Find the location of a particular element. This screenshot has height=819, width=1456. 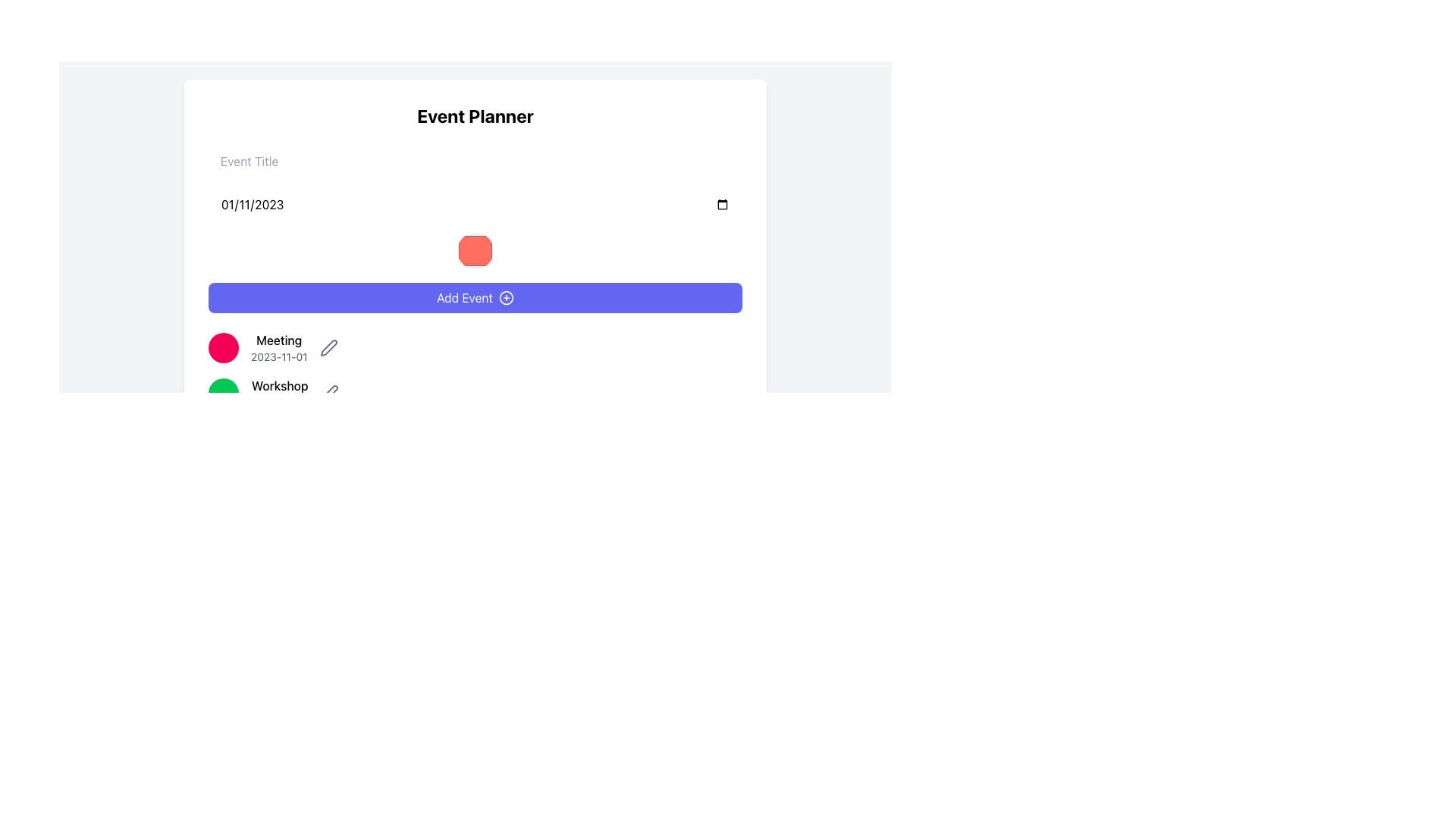

the Color Picker element in the Event Planner interface is located at coordinates (475, 230).